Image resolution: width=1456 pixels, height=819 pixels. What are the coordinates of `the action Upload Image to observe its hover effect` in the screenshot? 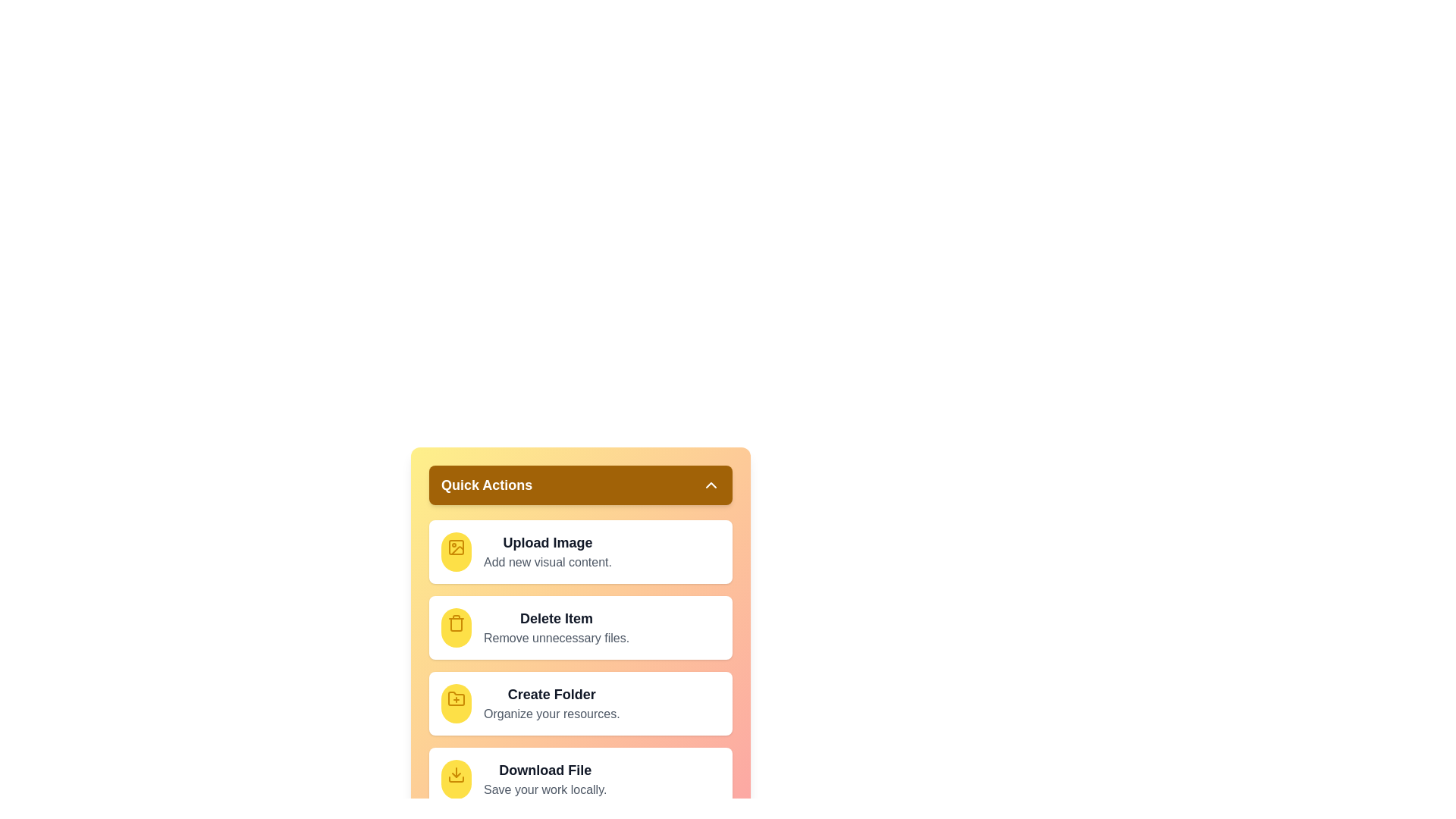 It's located at (455, 552).